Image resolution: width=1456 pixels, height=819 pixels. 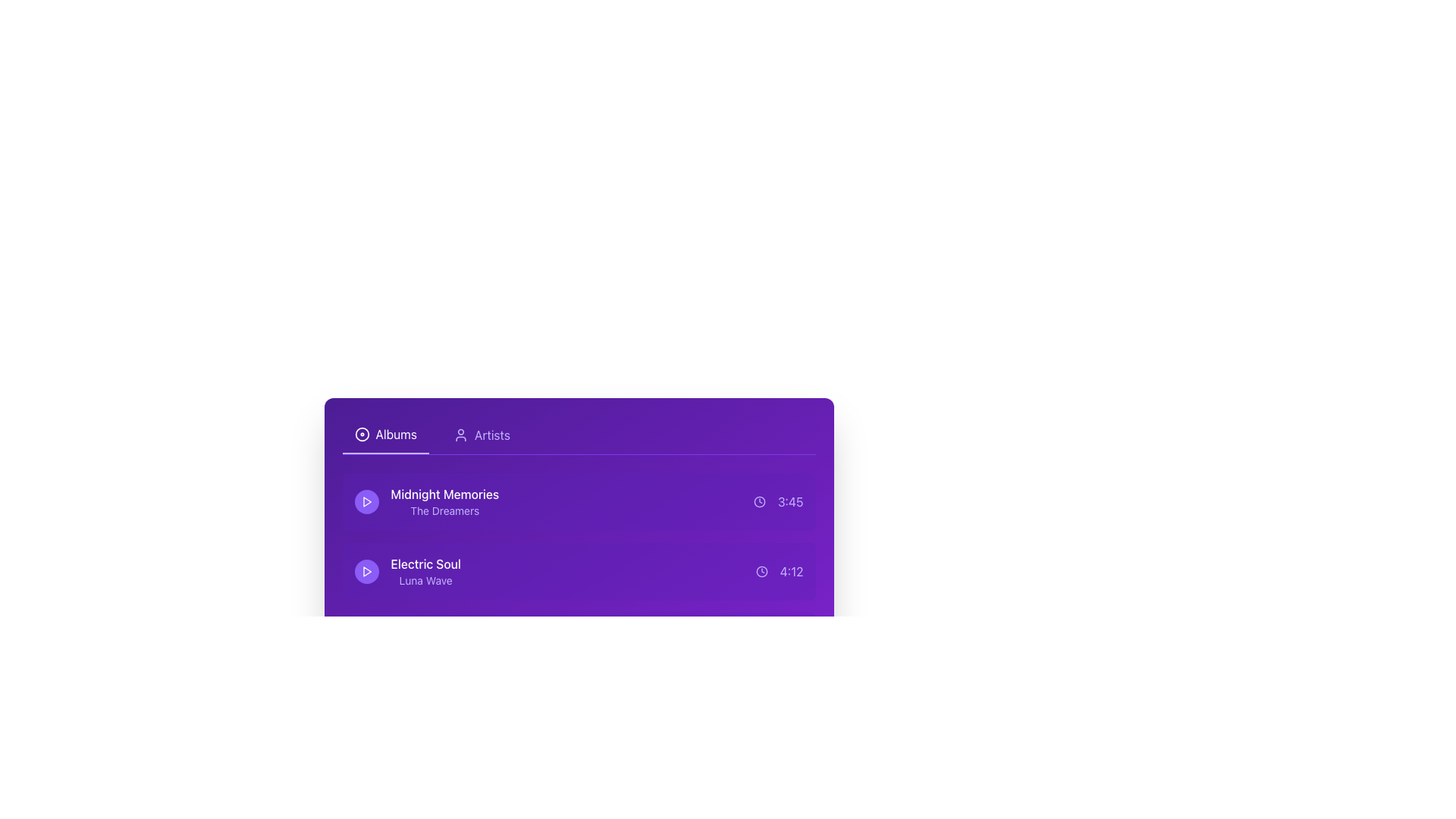 What do you see at coordinates (425, 564) in the screenshot?
I see `the text label displaying the title of an item, which is the first line of text in the list under the 'Albums' heading, before 'Luna Wave'` at bounding box center [425, 564].